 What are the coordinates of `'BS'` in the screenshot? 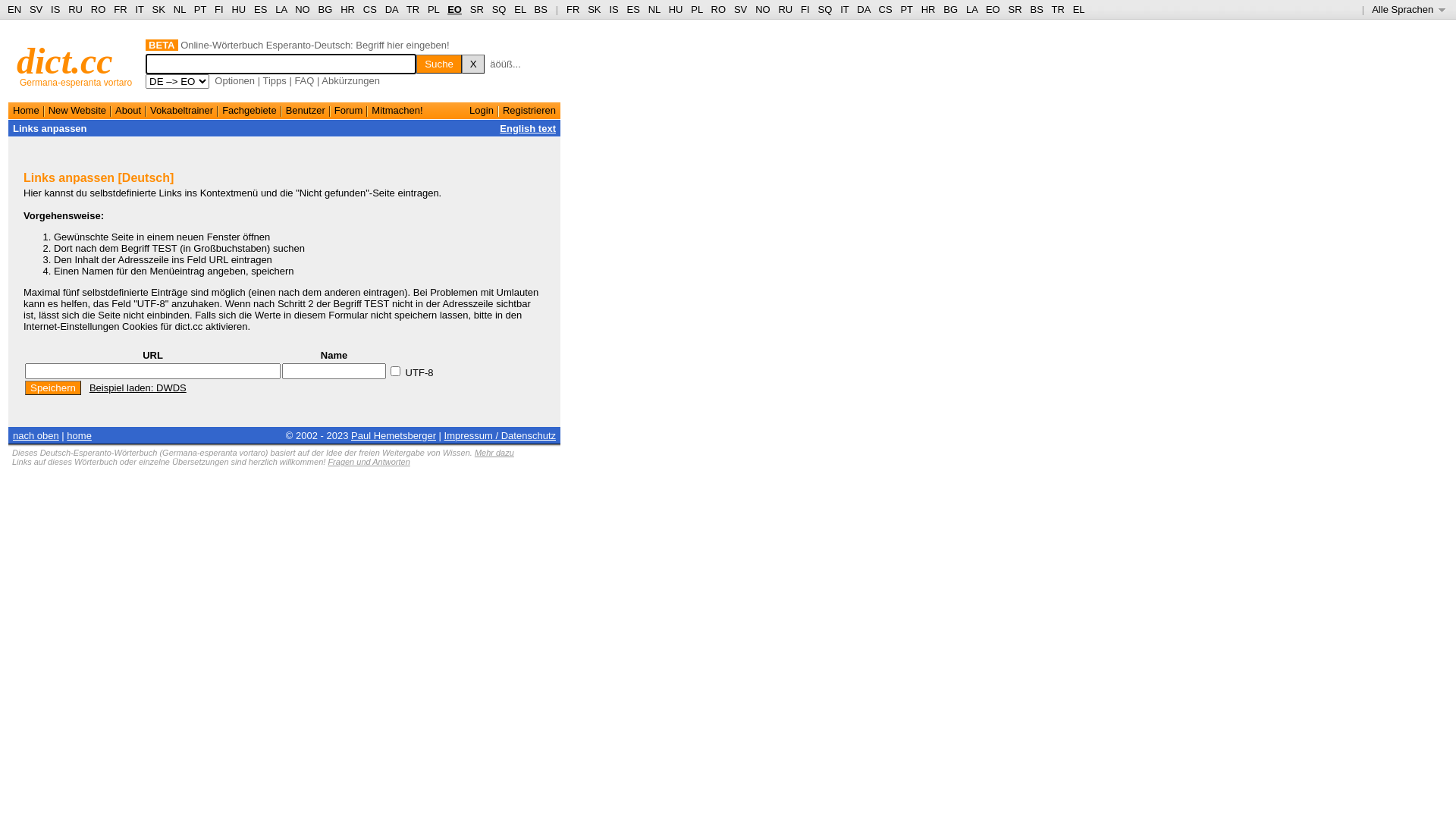 It's located at (535, 9).